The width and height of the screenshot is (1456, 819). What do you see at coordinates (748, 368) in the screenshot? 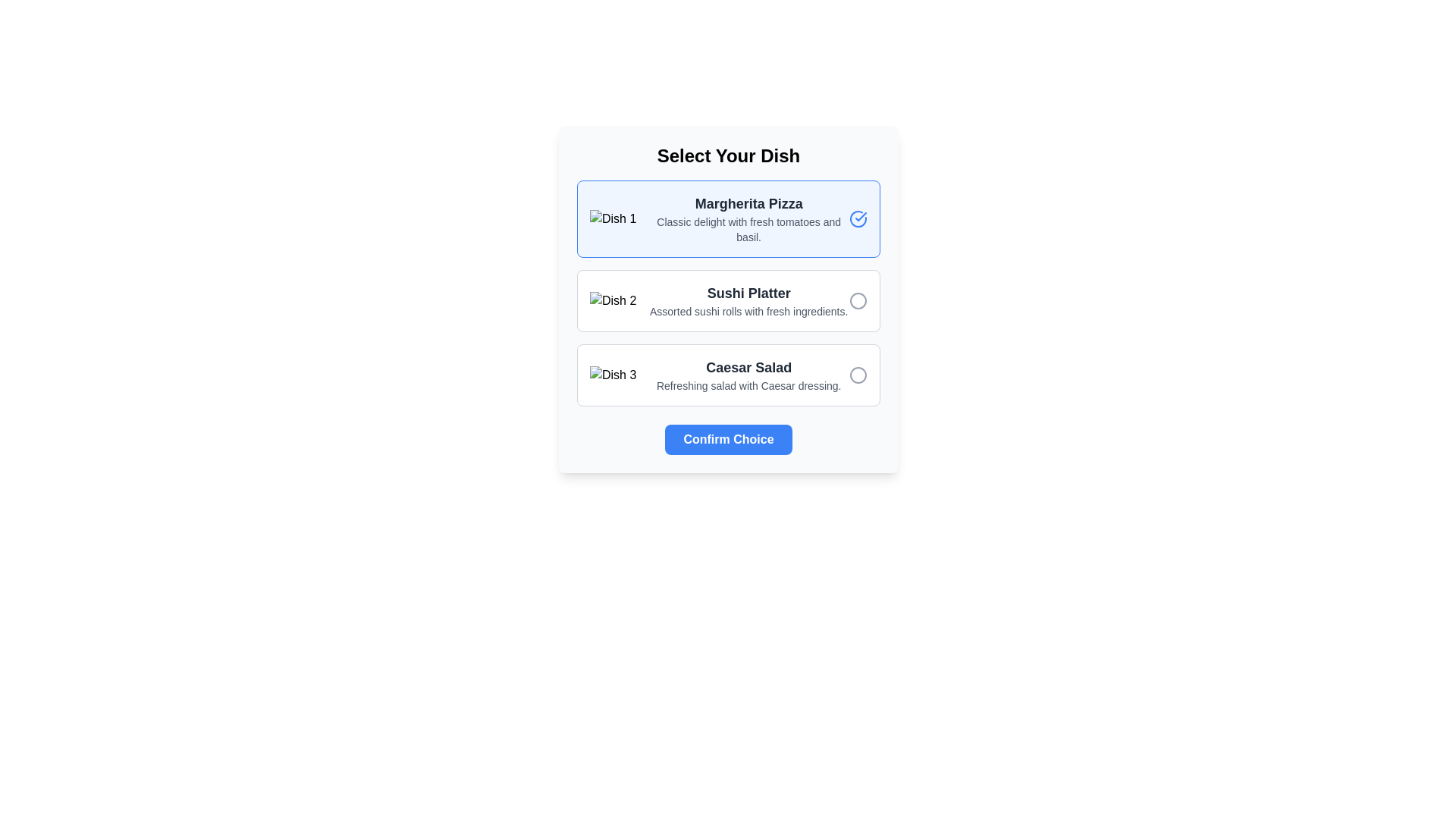
I see `the 'Caesar Salad' title text element, which is the third option in the selectable dish list, displayed in bold with a dark color above its descriptive text` at bounding box center [748, 368].